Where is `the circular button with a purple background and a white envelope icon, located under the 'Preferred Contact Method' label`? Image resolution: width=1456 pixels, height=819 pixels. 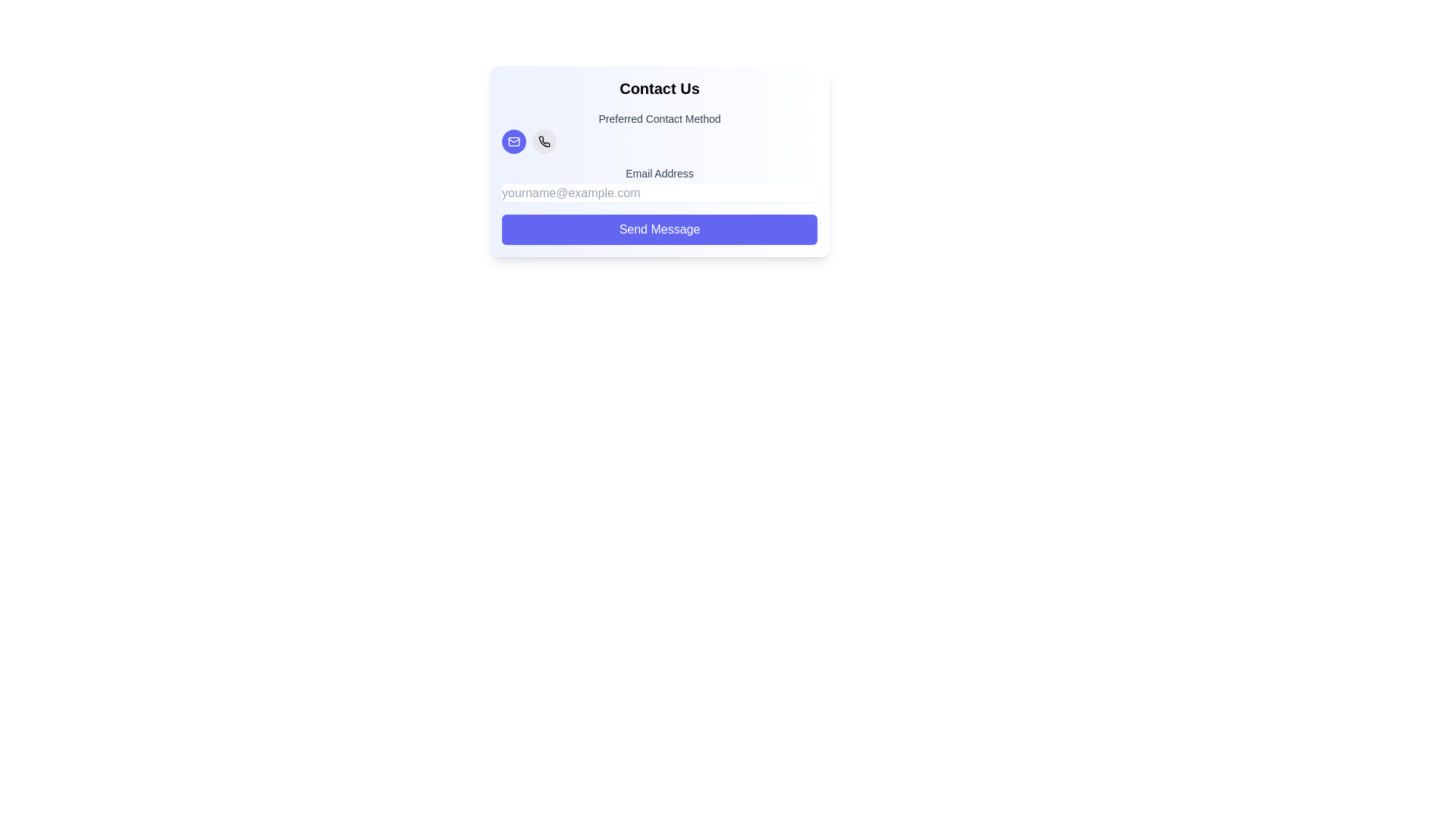 the circular button with a purple background and a white envelope icon, located under the 'Preferred Contact Method' label is located at coordinates (513, 141).